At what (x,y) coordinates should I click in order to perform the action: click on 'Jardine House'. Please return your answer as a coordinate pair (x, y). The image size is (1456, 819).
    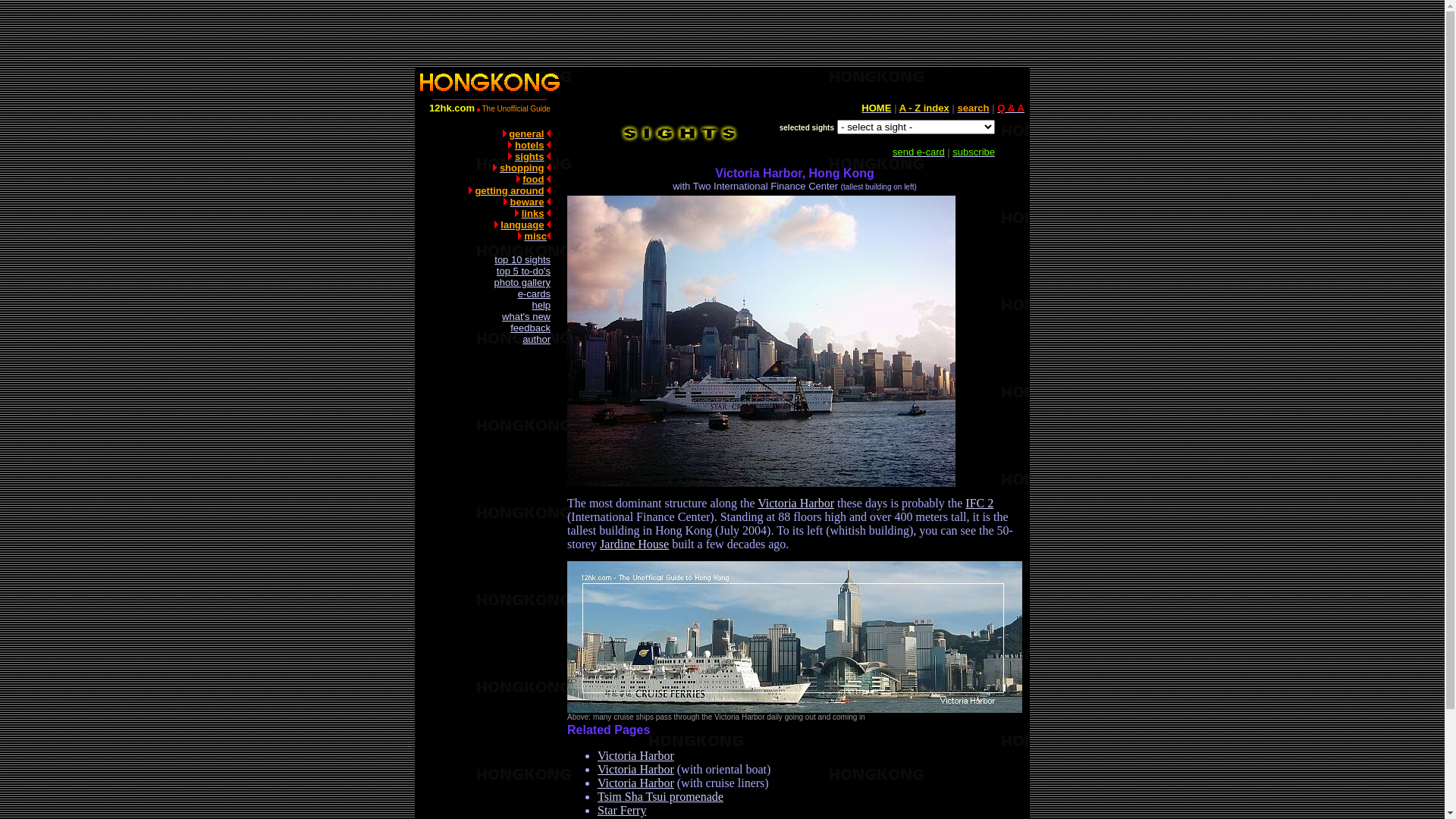
    Looking at the image, I should click on (599, 543).